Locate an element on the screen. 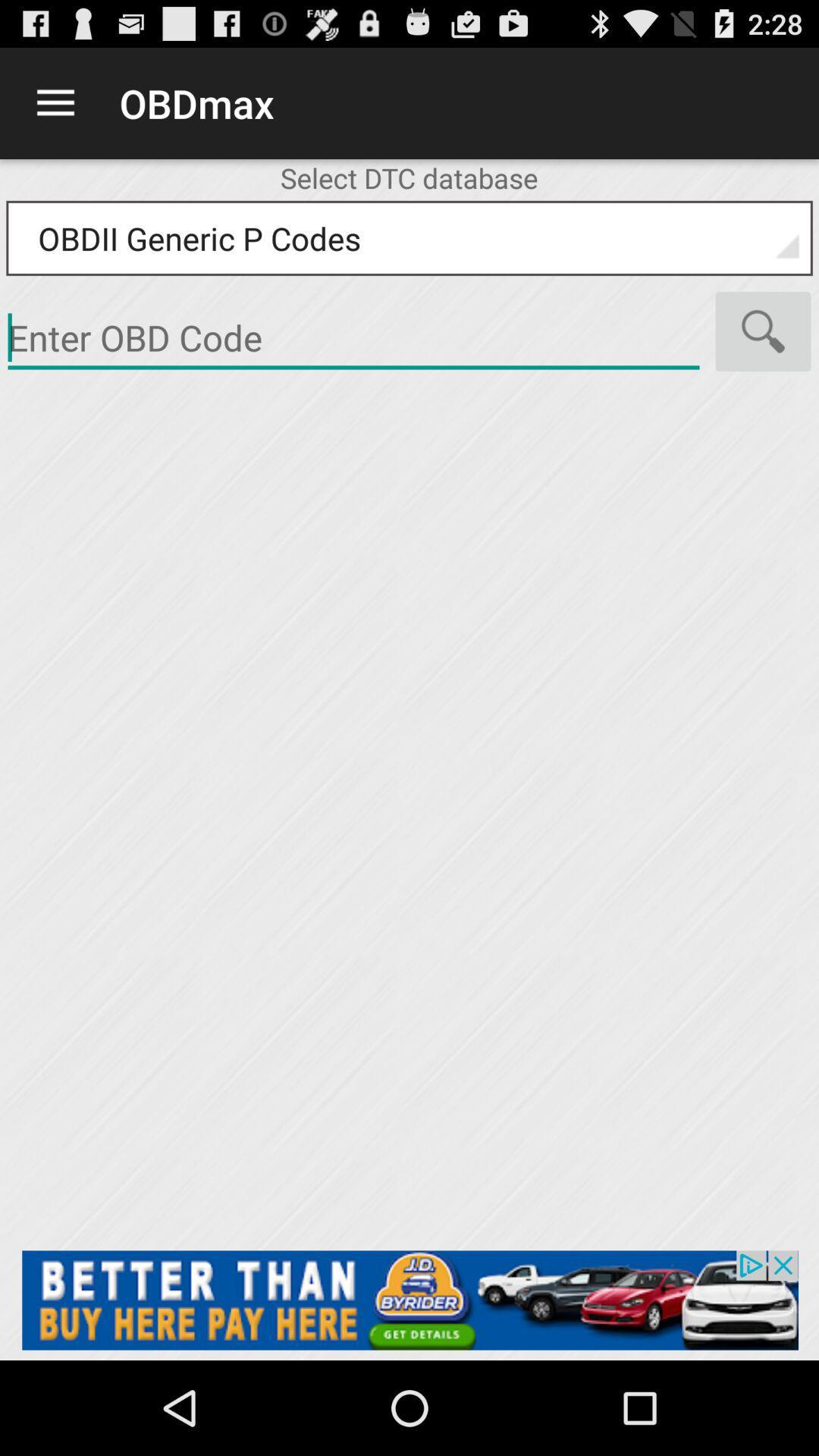 The height and width of the screenshot is (1456, 819). obd is located at coordinates (353, 337).